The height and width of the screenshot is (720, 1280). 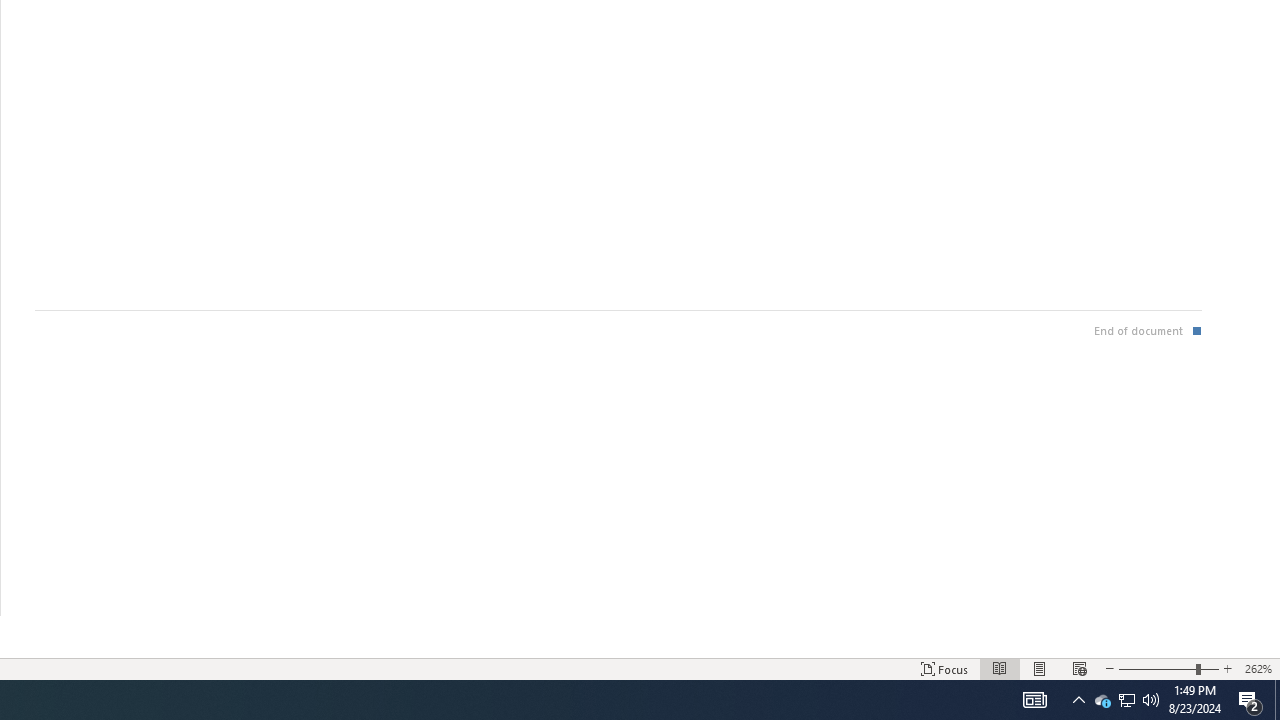 What do you see at coordinates (1108, 669) in the screenshot?
I see `'Decrease Text Size'` at bounding box center [1108, 669].